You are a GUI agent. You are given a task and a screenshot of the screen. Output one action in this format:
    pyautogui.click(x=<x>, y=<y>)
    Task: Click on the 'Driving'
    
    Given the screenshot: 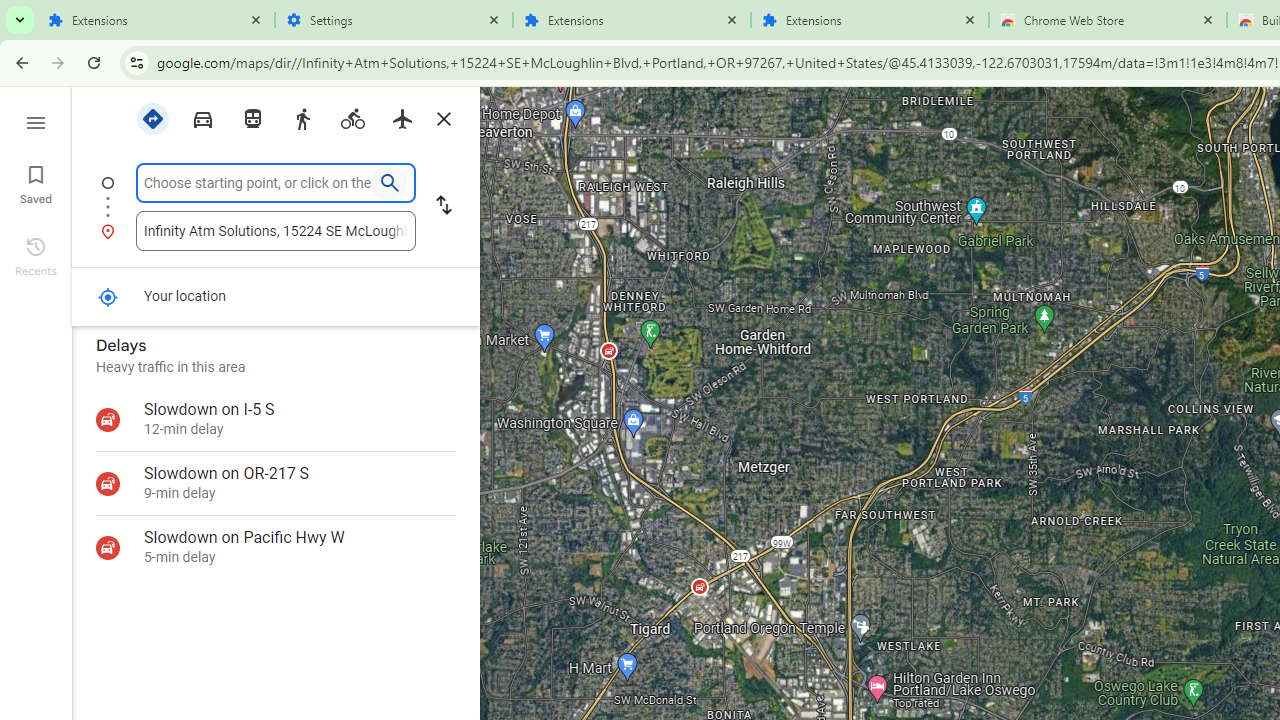 What is the action you would take?
    pyautogui.click(x=202, y=119)
    